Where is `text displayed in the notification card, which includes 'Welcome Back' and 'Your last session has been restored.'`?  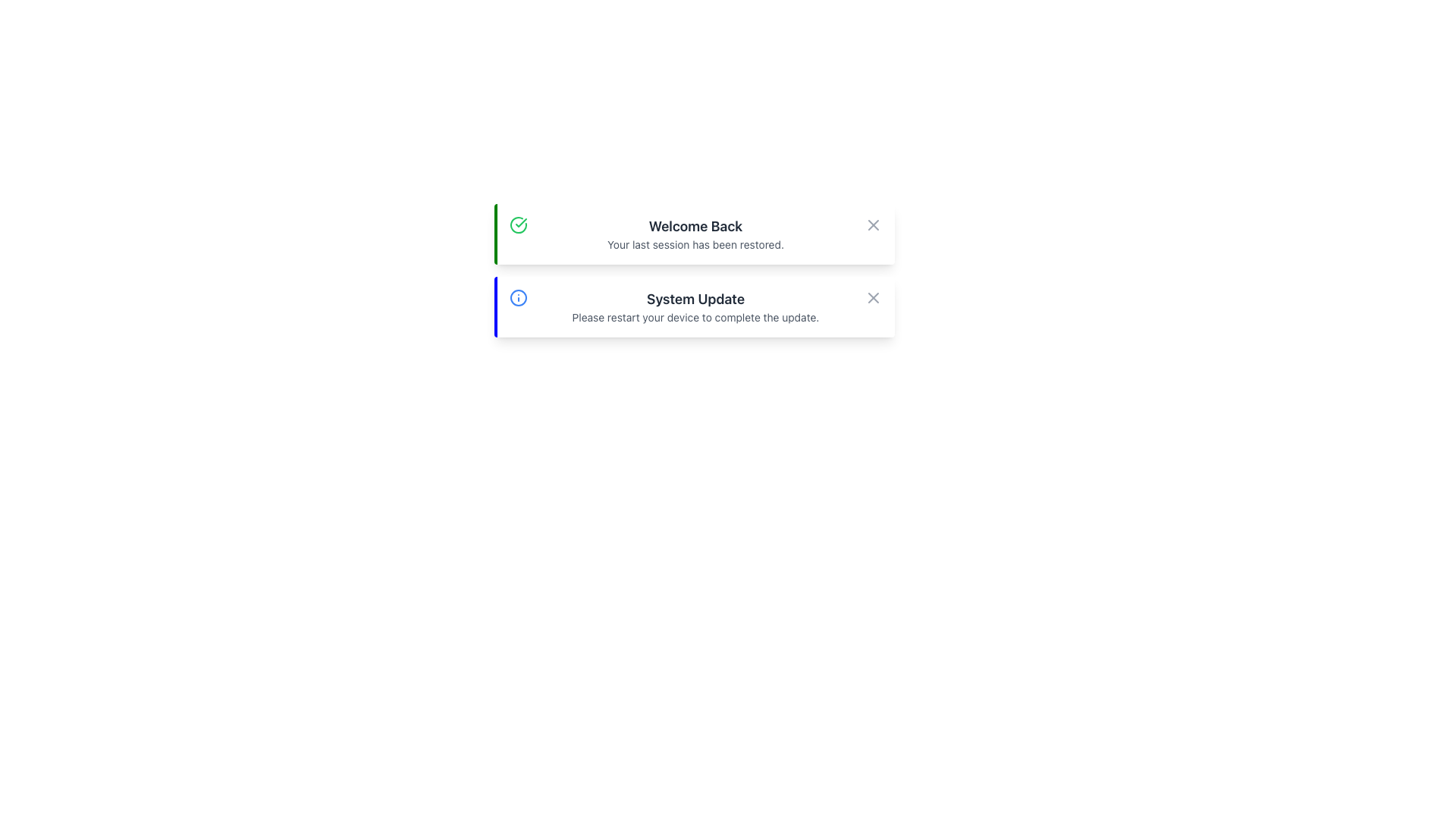 text displayed in the notification card, which includes 'Welcome Back' and 'Your last session has been restored.' is located at coordinates (695, 234).